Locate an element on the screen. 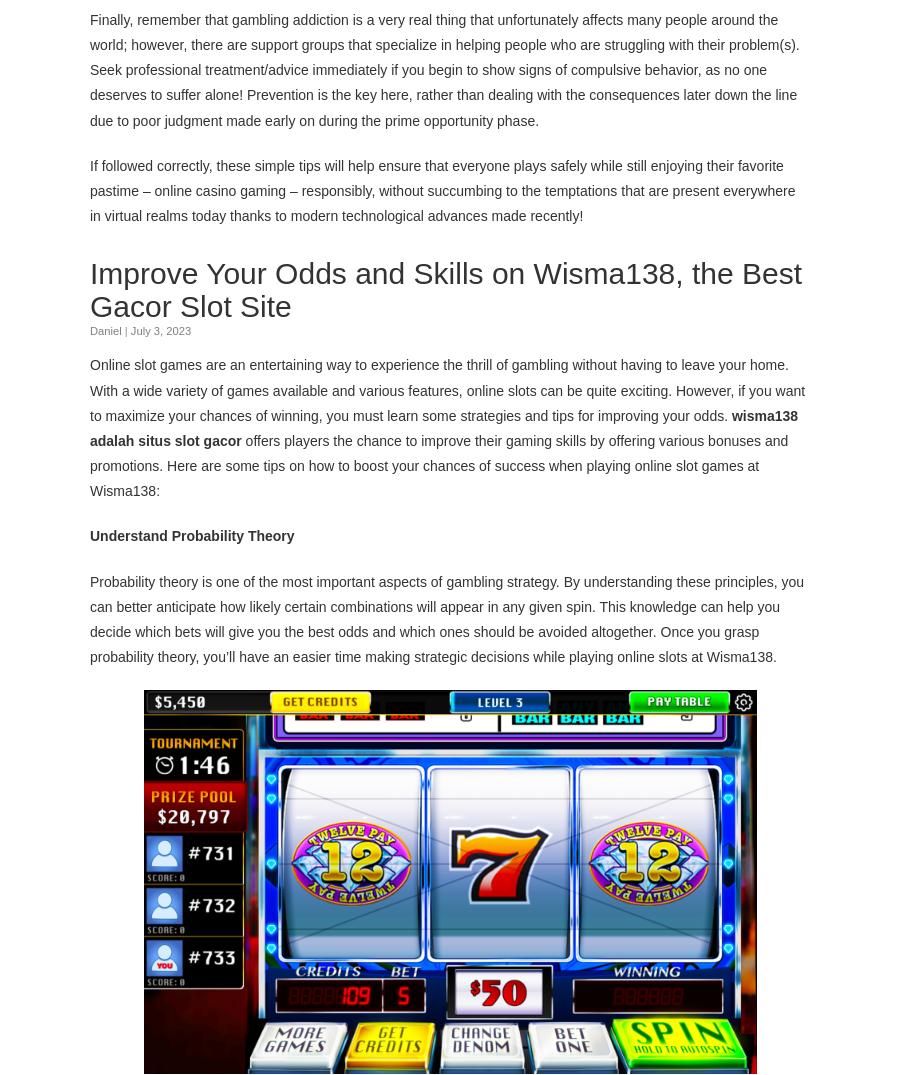 The height and width of the screenshot is (1075, 900). 'wisma138 adalah situs slot gacor' is located at coordinates (89, 425).